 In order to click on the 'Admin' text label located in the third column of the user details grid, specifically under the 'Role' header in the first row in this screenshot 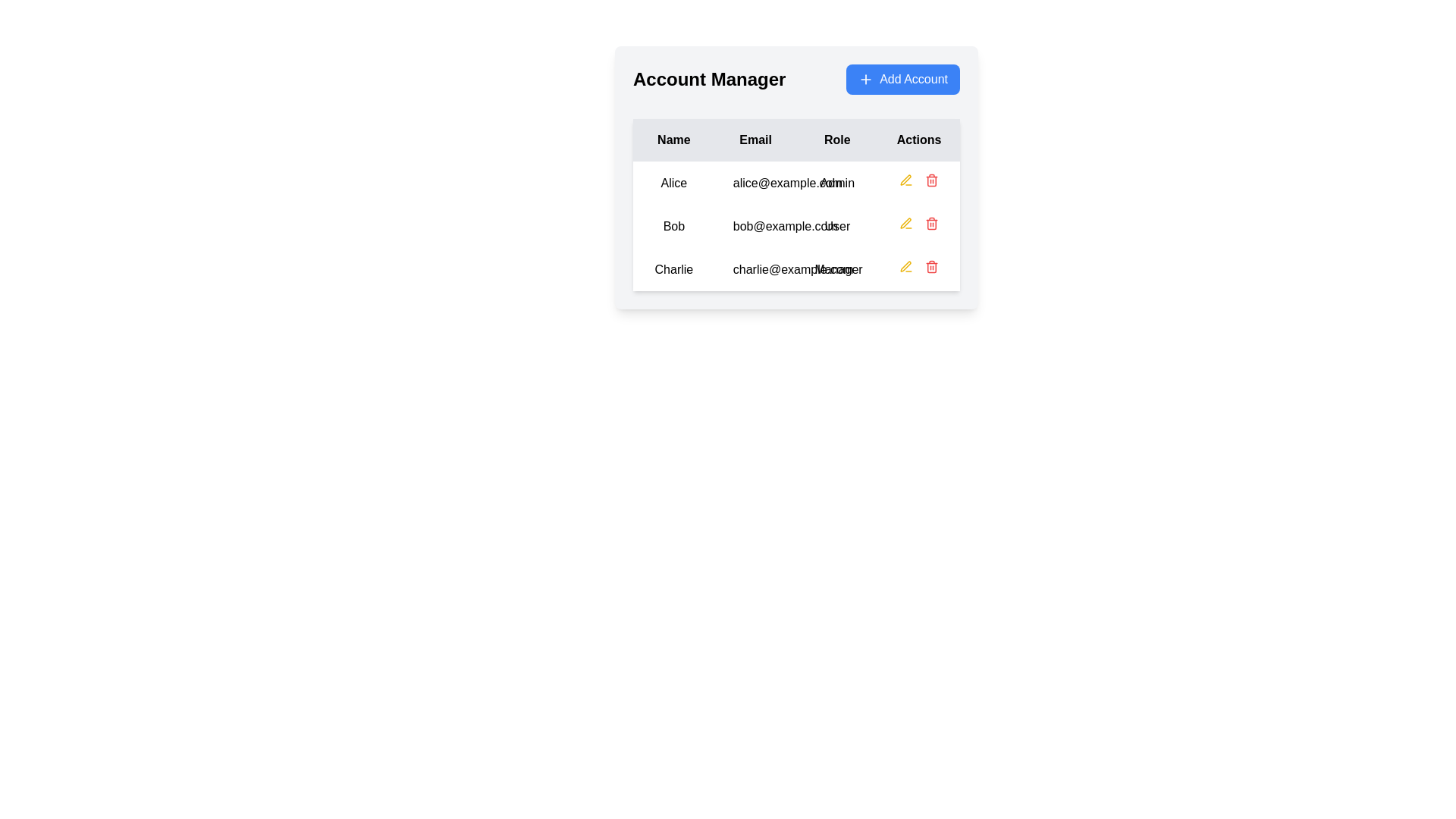, I will do `click(836, 182)`.